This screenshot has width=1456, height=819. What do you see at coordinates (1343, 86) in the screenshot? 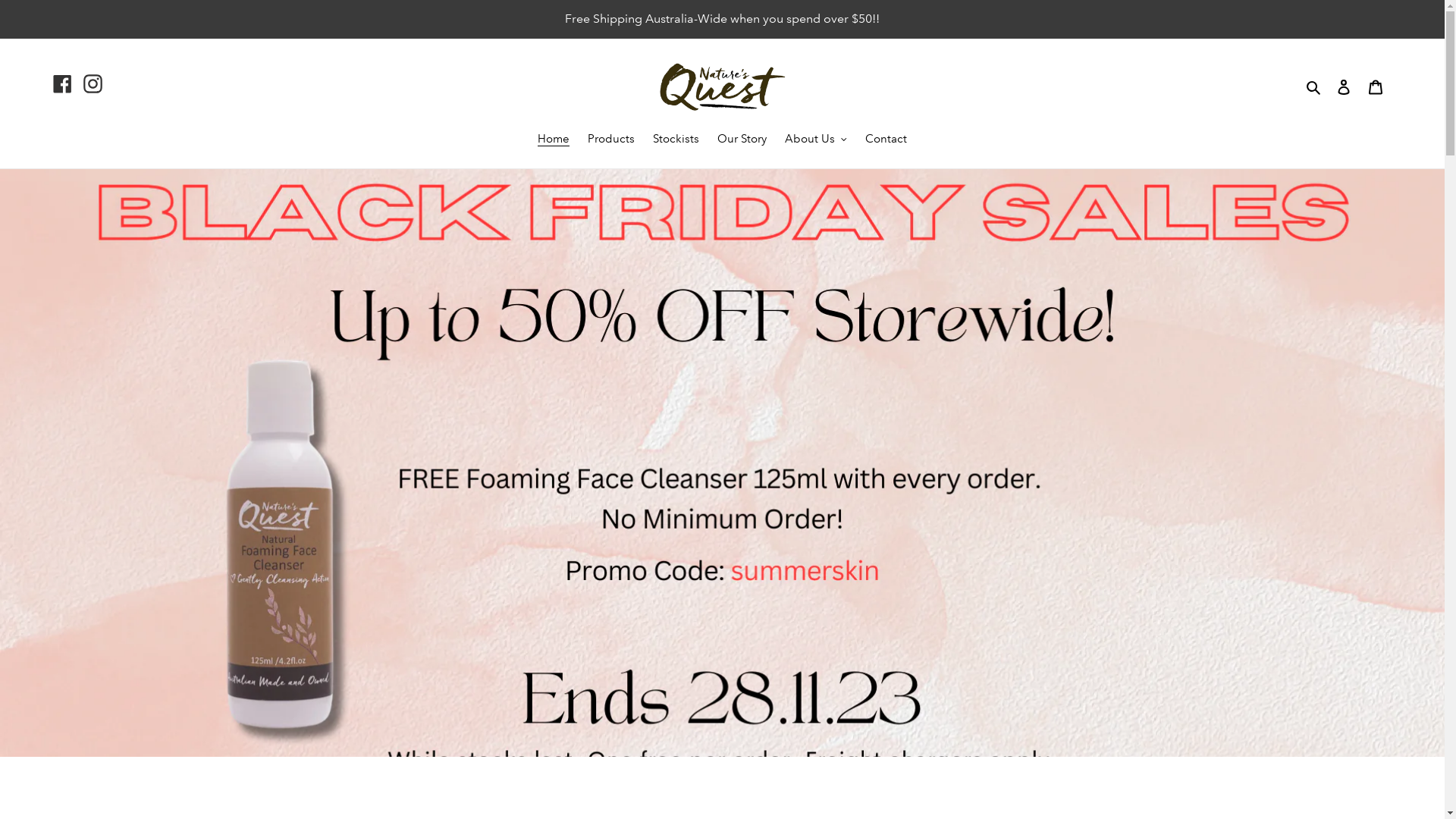
I see `'Log in'` at bounding box center [1343, 86].